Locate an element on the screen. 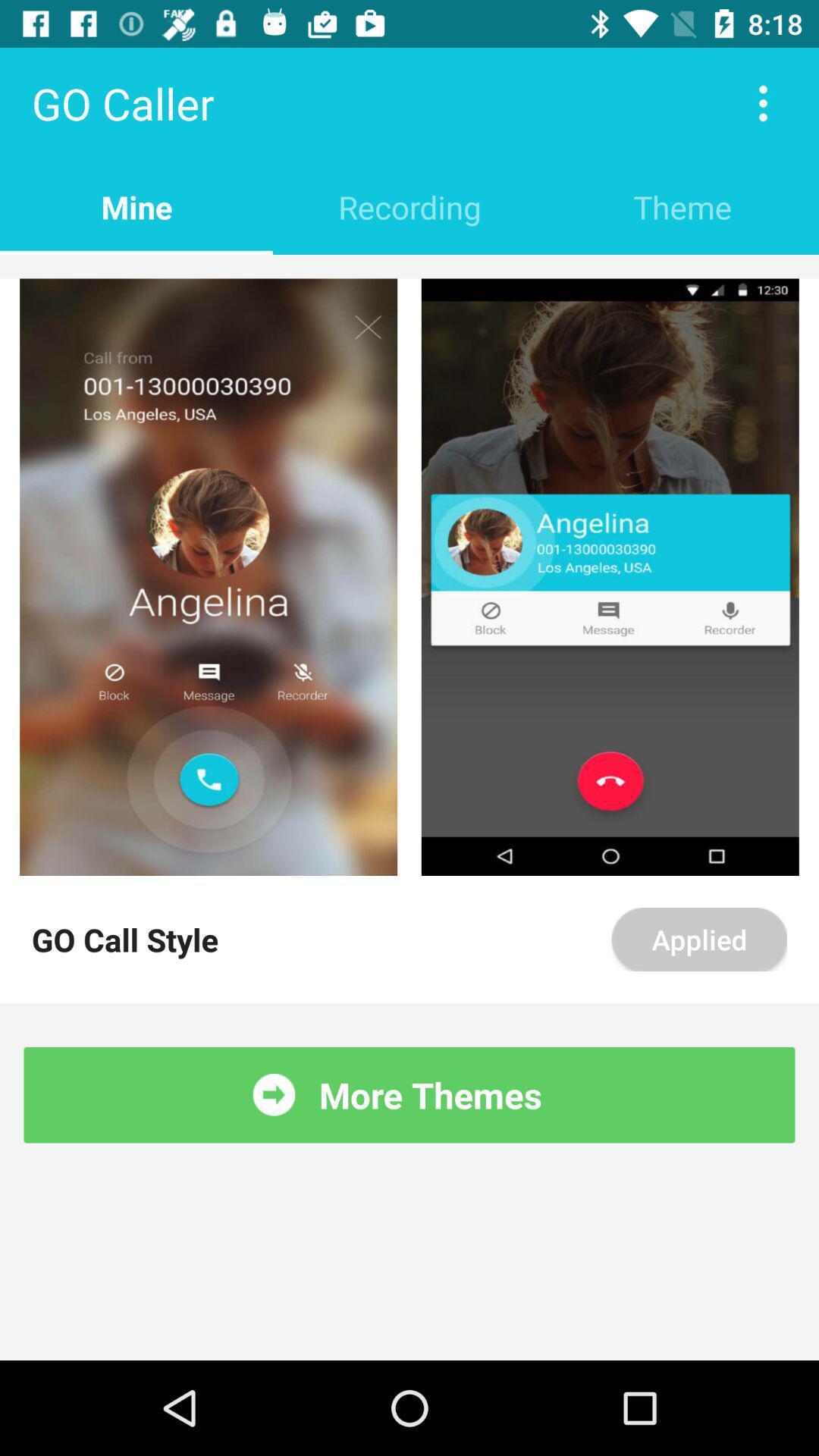  open menu is located at coordinates (763, 102).